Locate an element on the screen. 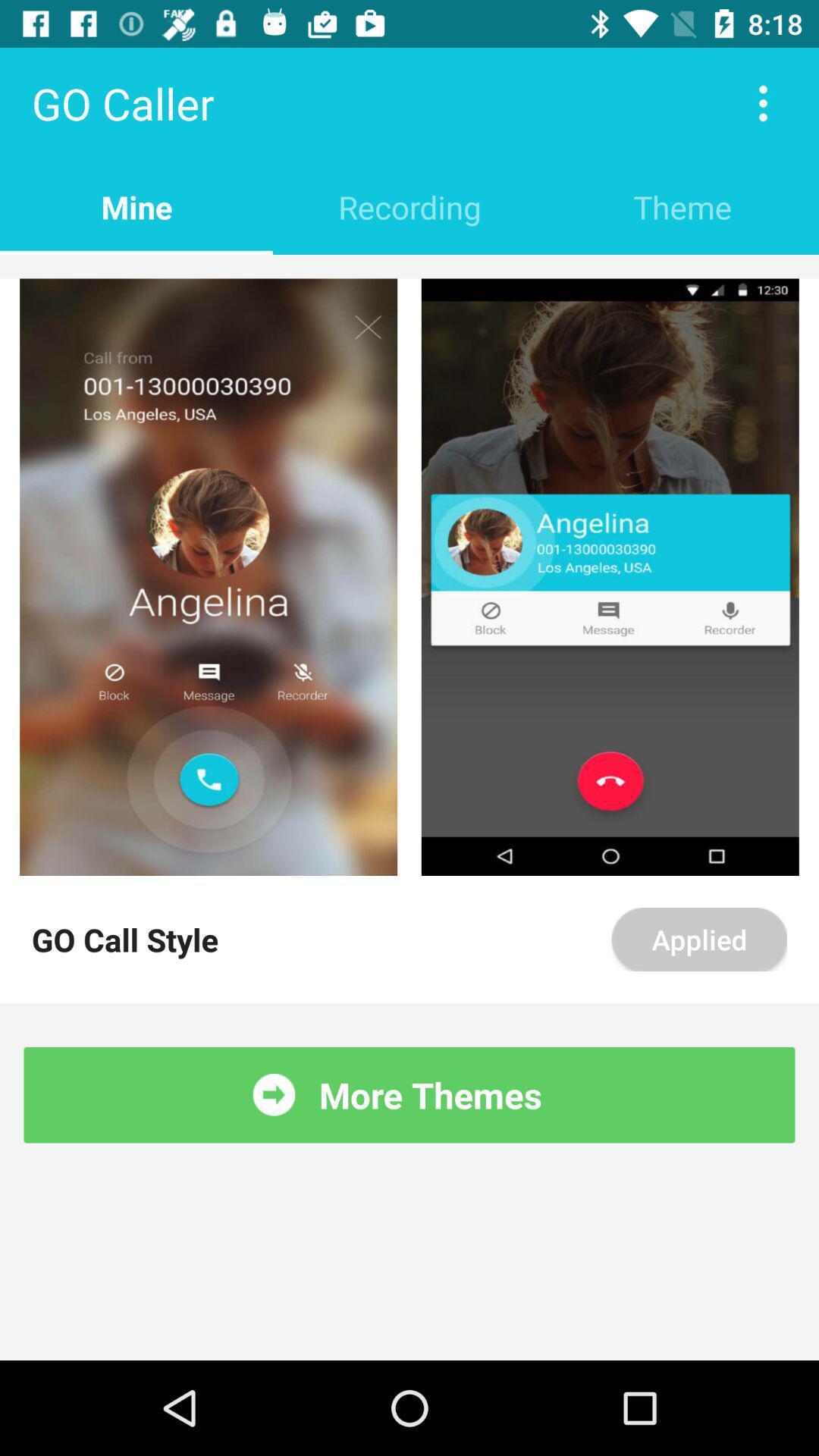  open menu is located at coordinates (763, 102).